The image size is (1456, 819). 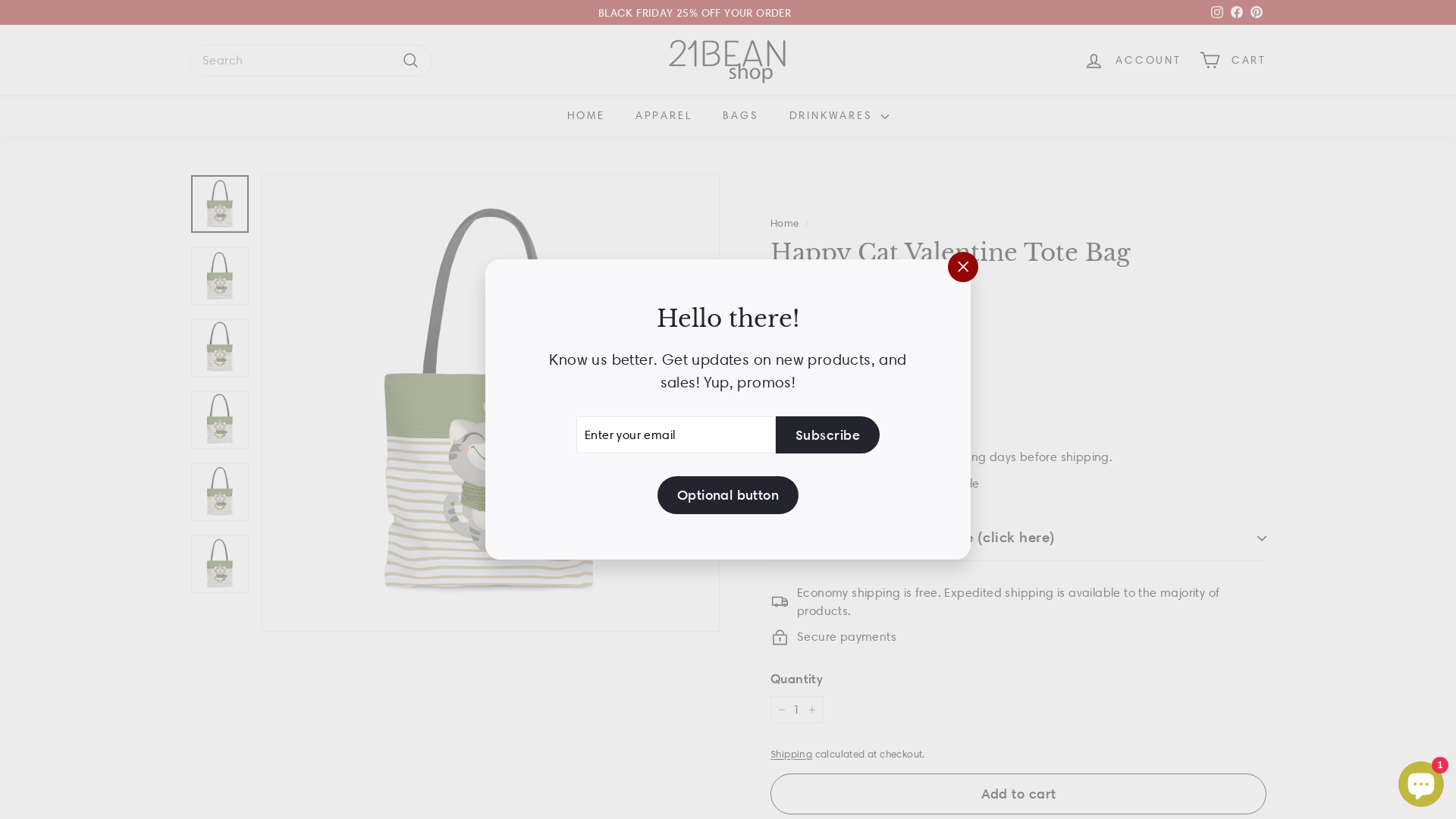 I want to click on 'Optional button', so click(x=728, y=494).